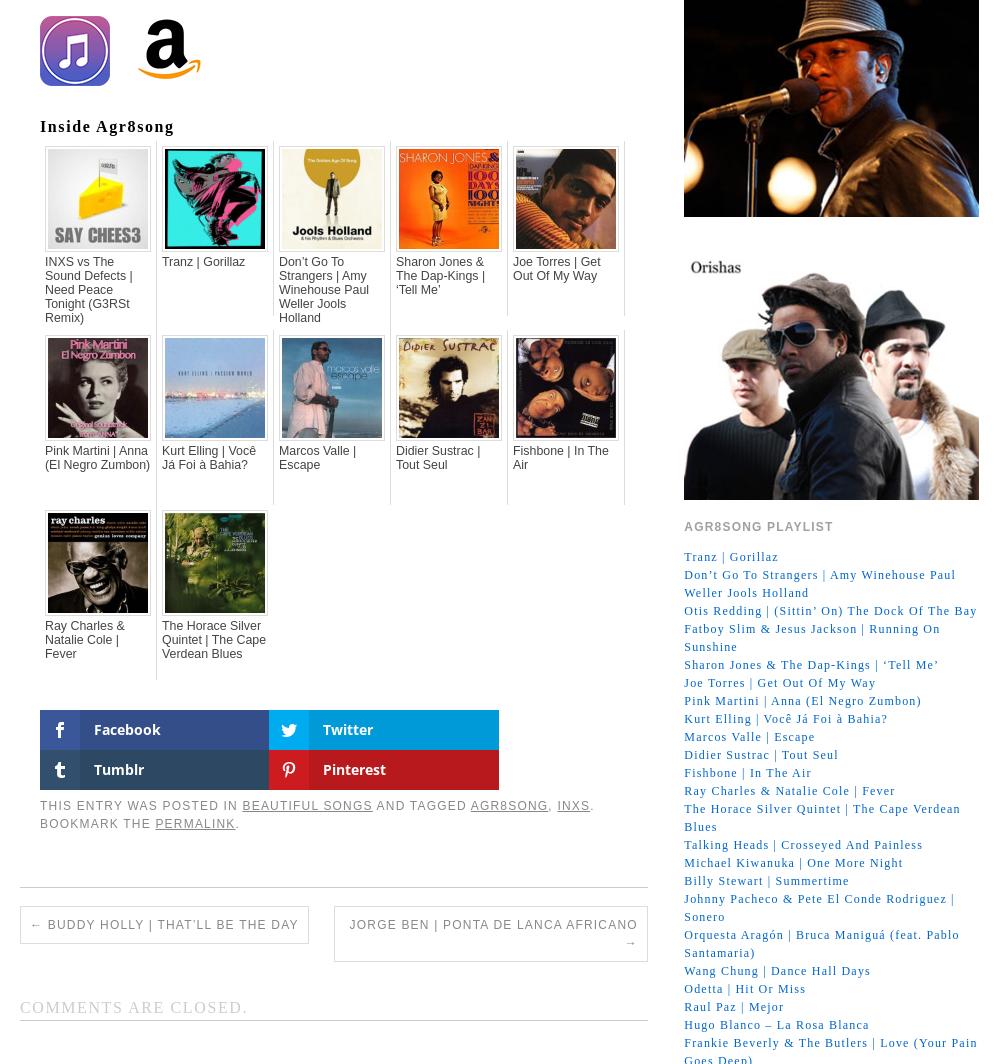 The height and width of the screenshot is (1064, 1000). I want to click on 'Johnny Pacheco & Pete El Conde Rodriguez | Sonero', so click(818, 906).